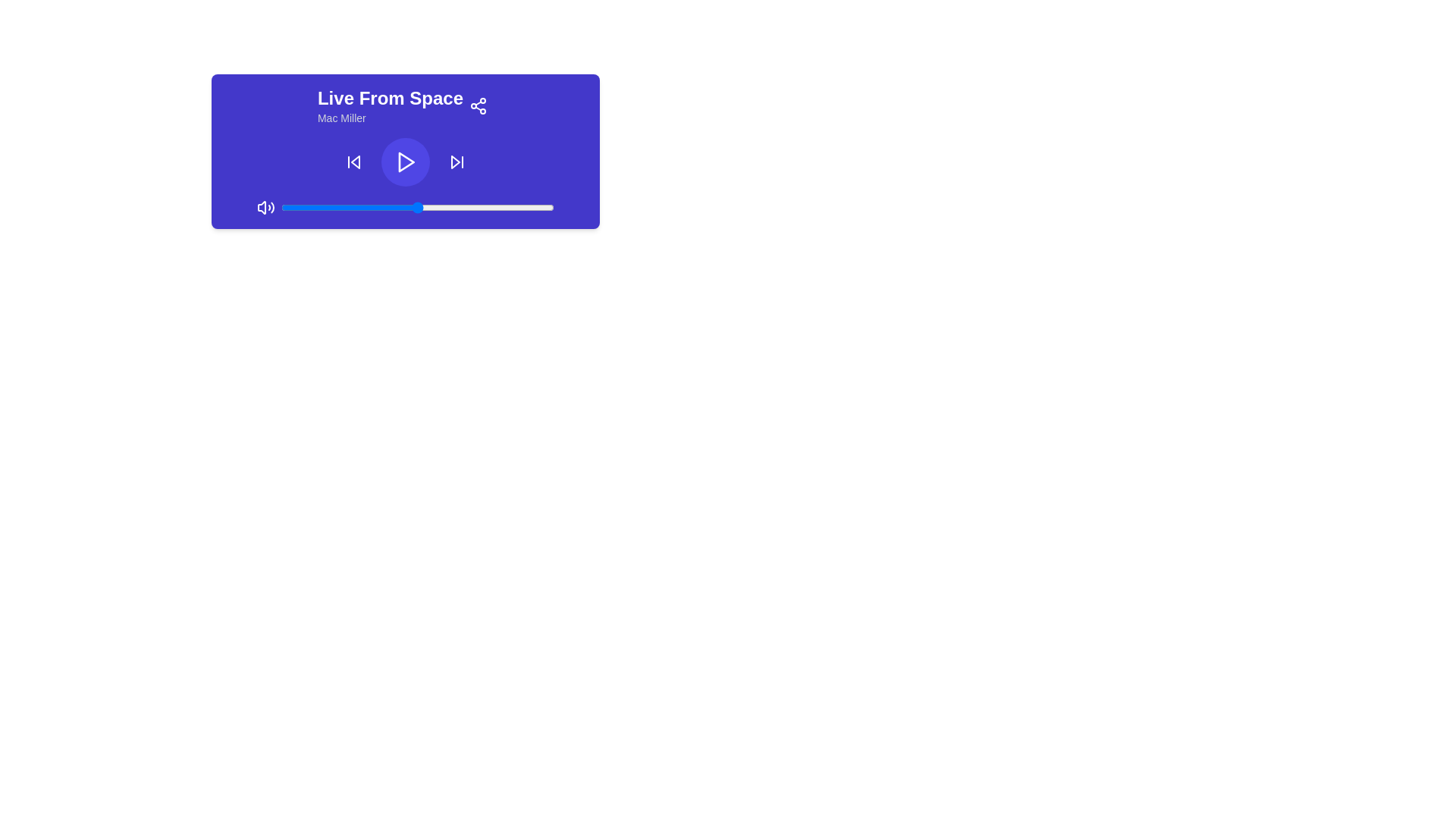 The image size is (1456, 819). What do you see at coordinates (405, 162) in the screenshot?
I see `the Play button icon located centrally within its circular button` at bounding box center [405, 162].